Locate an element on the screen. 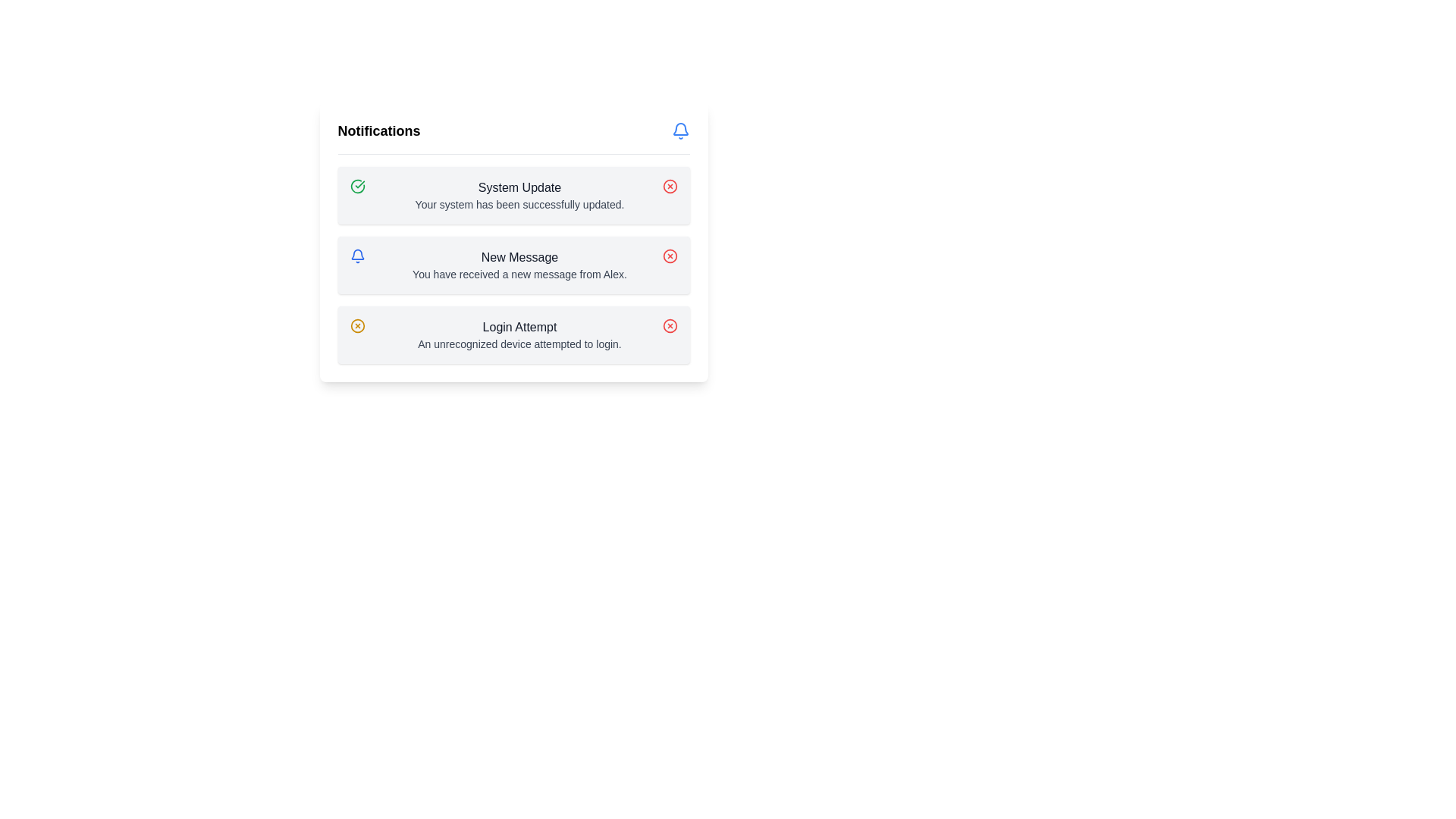  the circular icon with a green checkmark, which indicates a successful operation, located to the left of the 'System Update' notification block is located at coordinates (356, 186).